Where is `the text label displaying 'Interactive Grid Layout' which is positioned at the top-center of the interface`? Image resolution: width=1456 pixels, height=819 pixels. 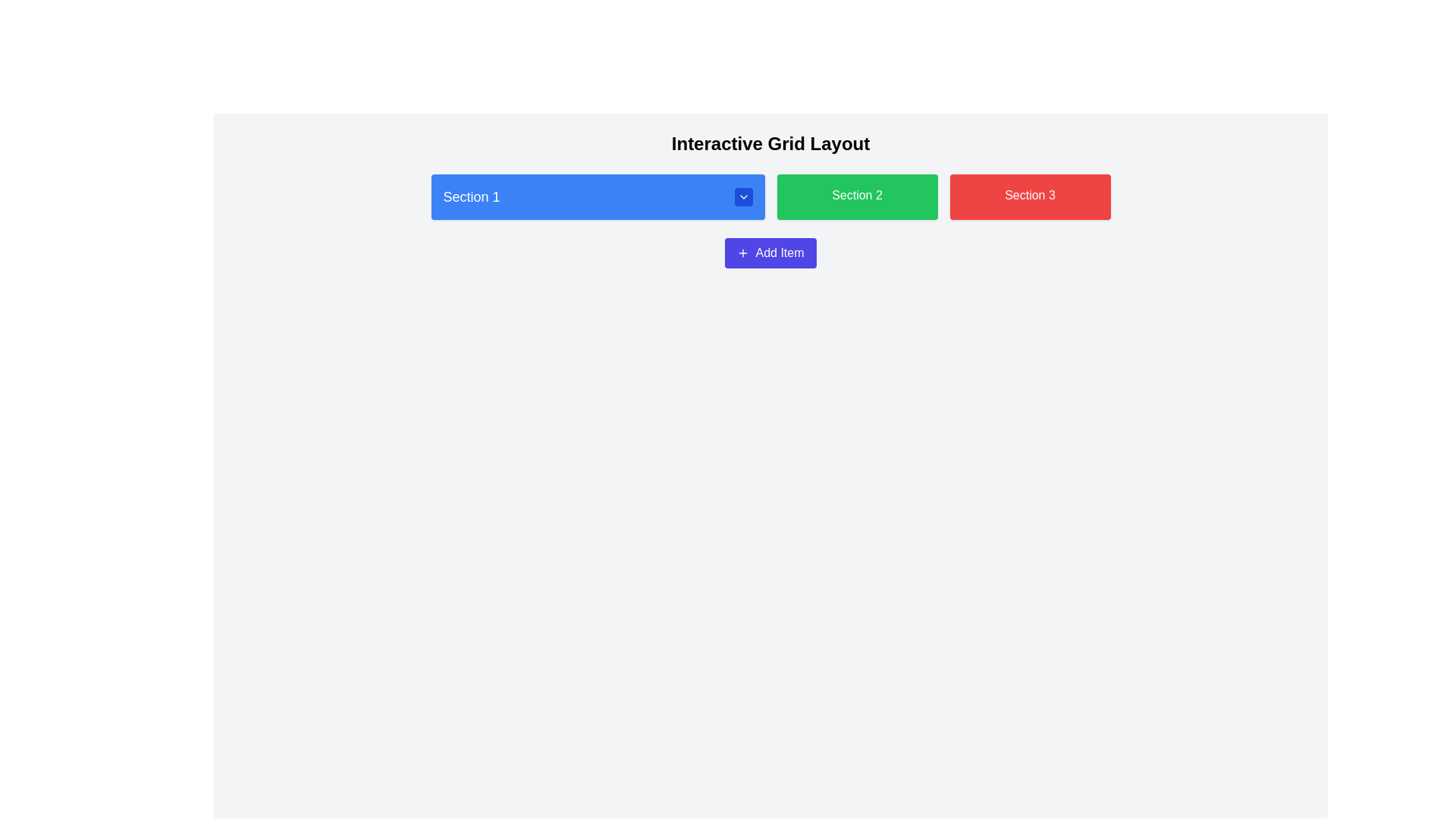 the text label displaying 'Interactive Grid Layout' which is positioned at the top-center of the interface is located at coordinates (770, 143).